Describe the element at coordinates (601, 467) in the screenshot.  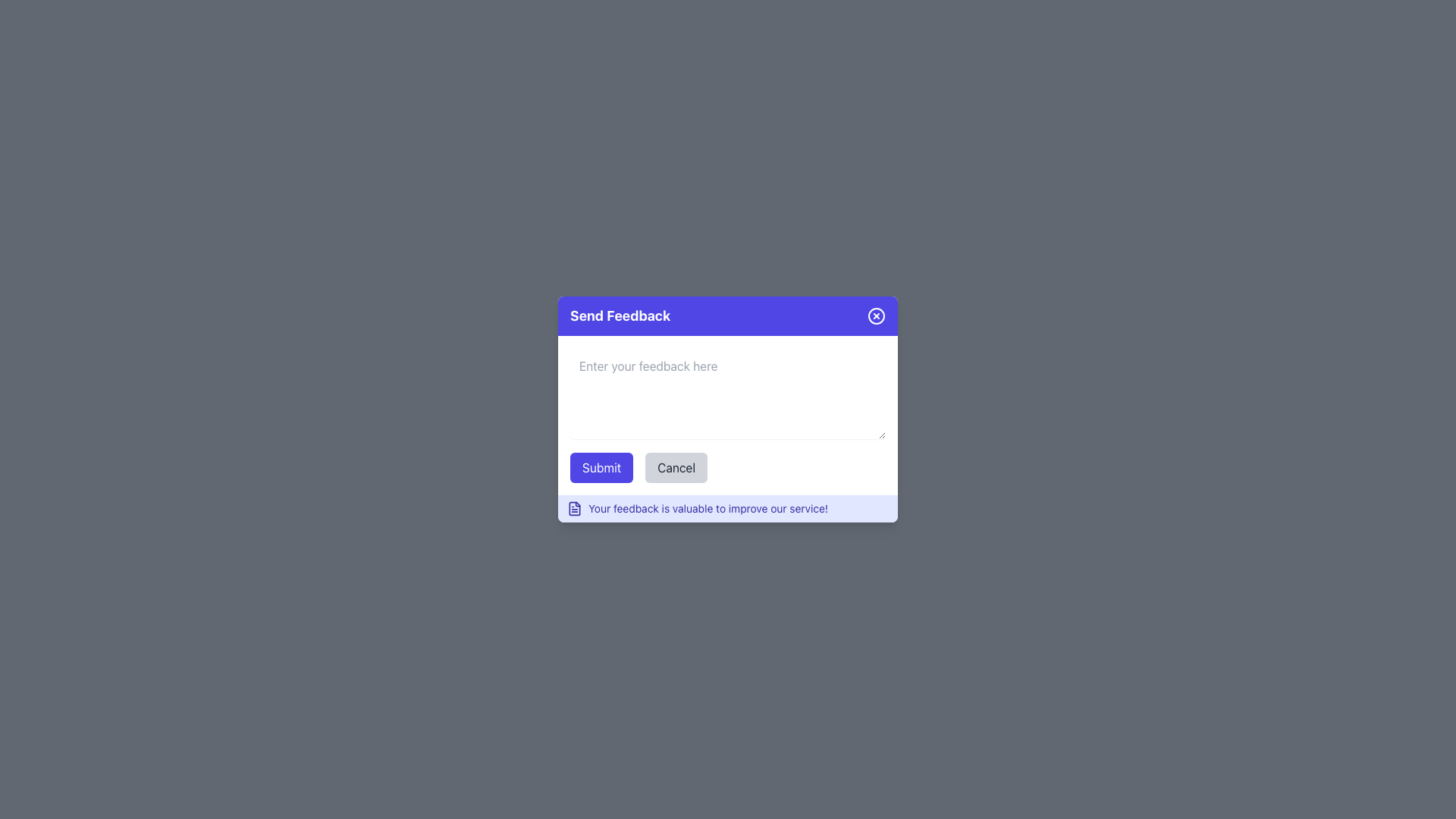
I see `the submission button located in the lower-right section of the 'Send Feedback' dialog box to finalize and submit the entered feedback or data` at that location.